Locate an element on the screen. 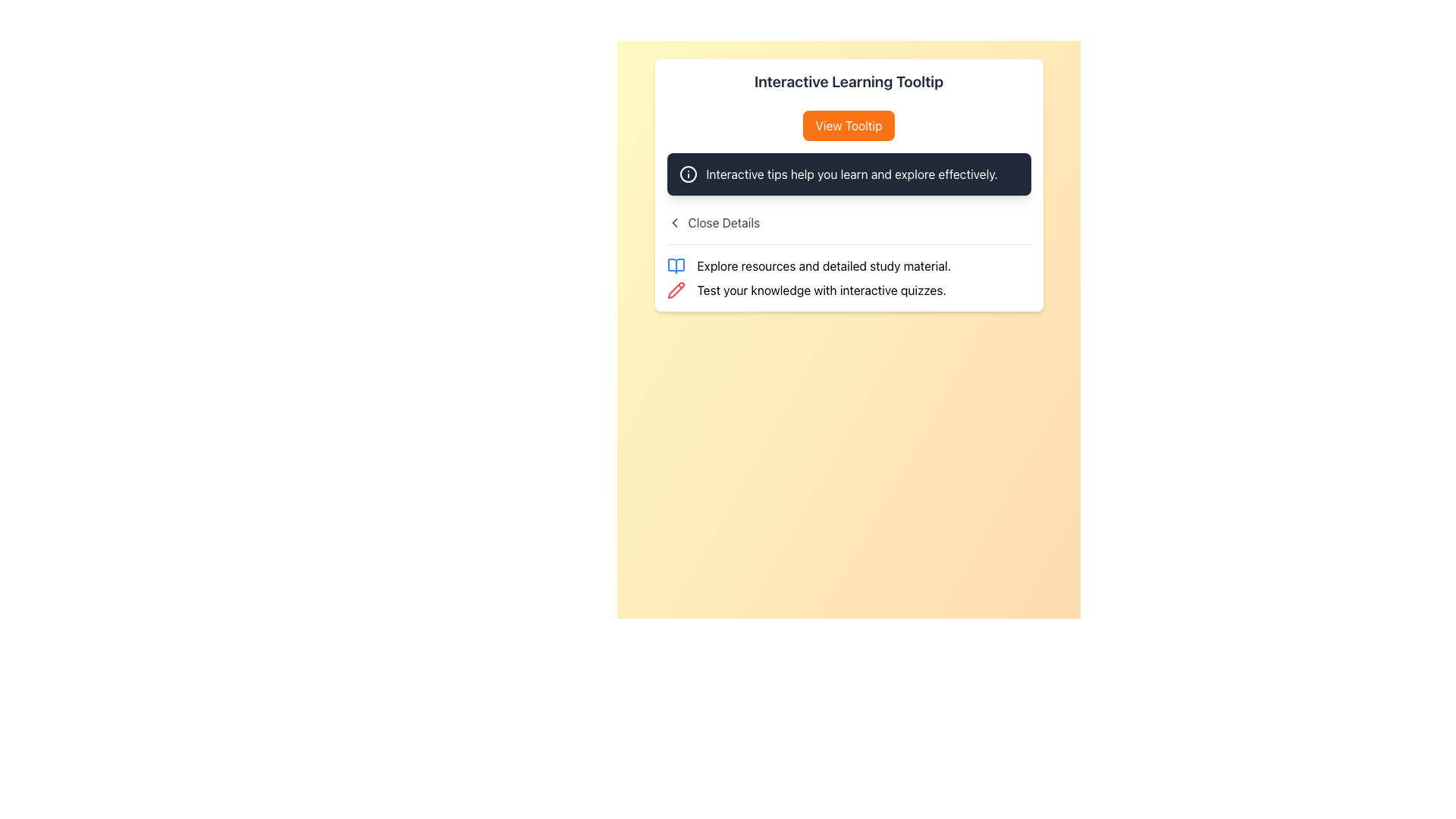 This screenshot has height=819, width=1456. the Tooltip-like informational box that contains the text 'Interactive tips help you learn and explore effectively.' It is located within the interactive learning section, below the 'View Tooltip' button is located at coordinates (848, 184).